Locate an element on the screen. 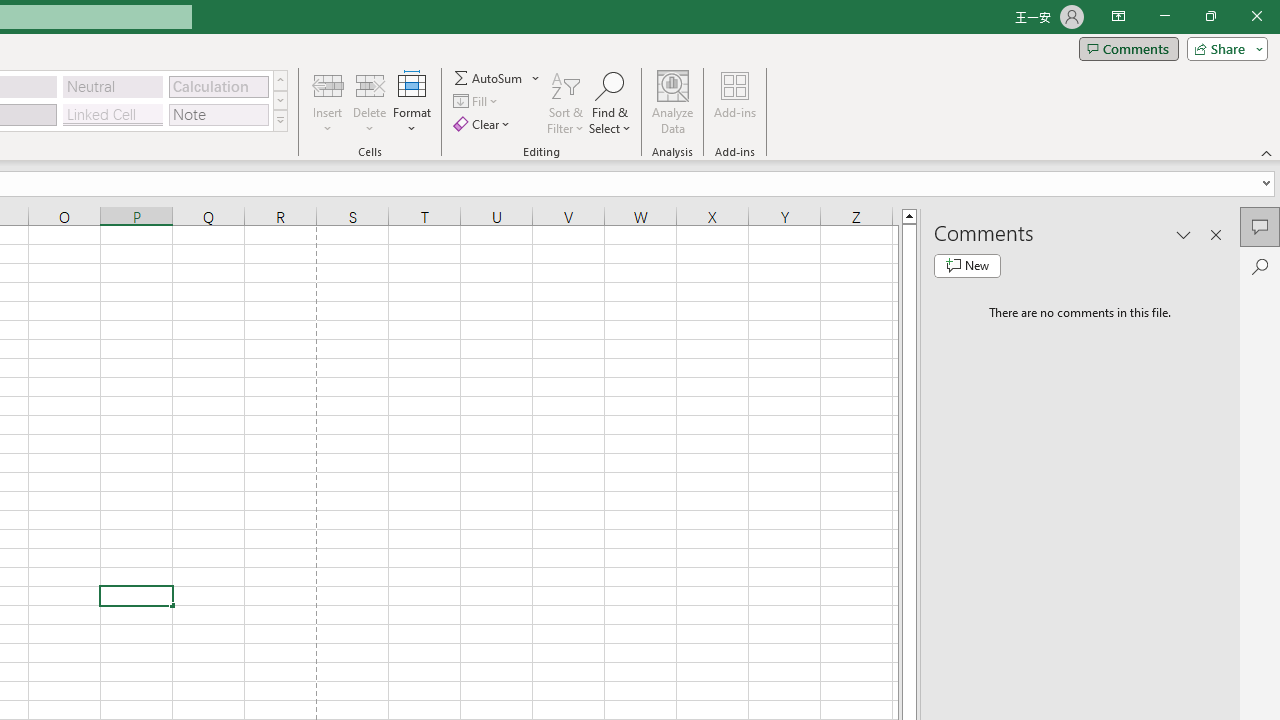 This screenshot has height=720, width=1280. 'Close pane' is located at coordinates (1215, 234).